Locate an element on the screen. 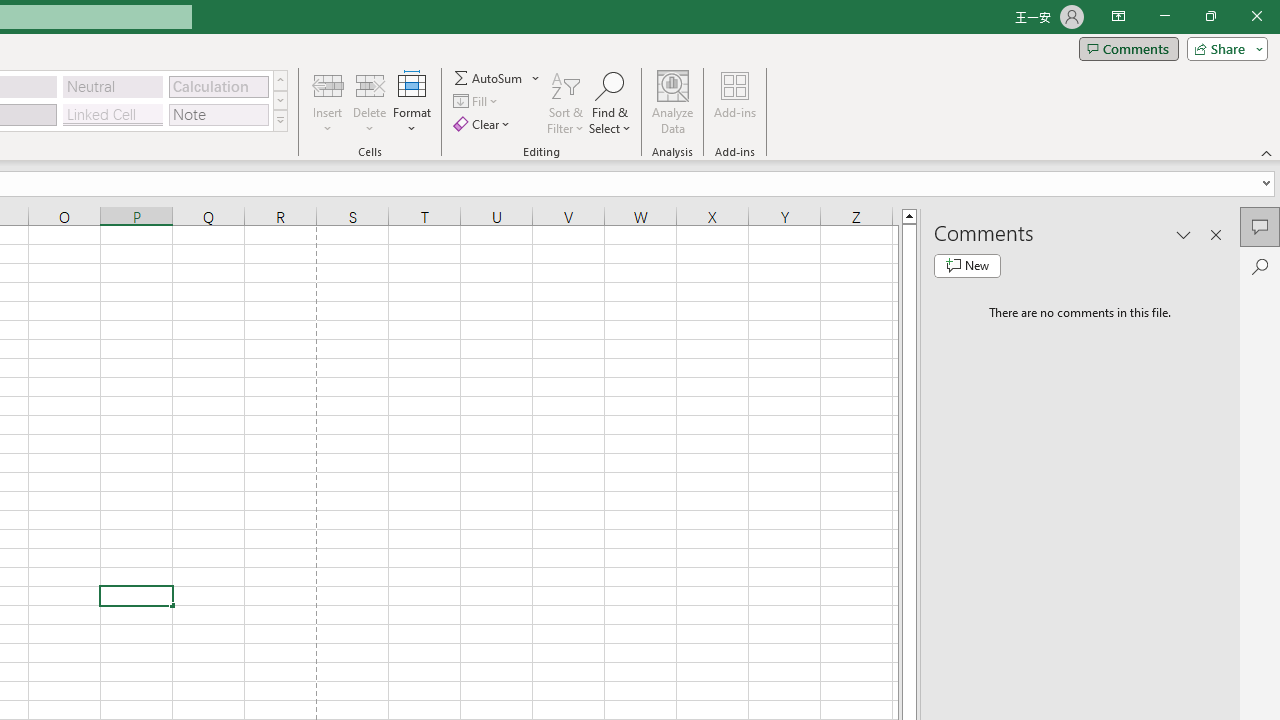 This screenshot has height=720, width=1280. 'Close pane' is located at coordinates (1215, 234).